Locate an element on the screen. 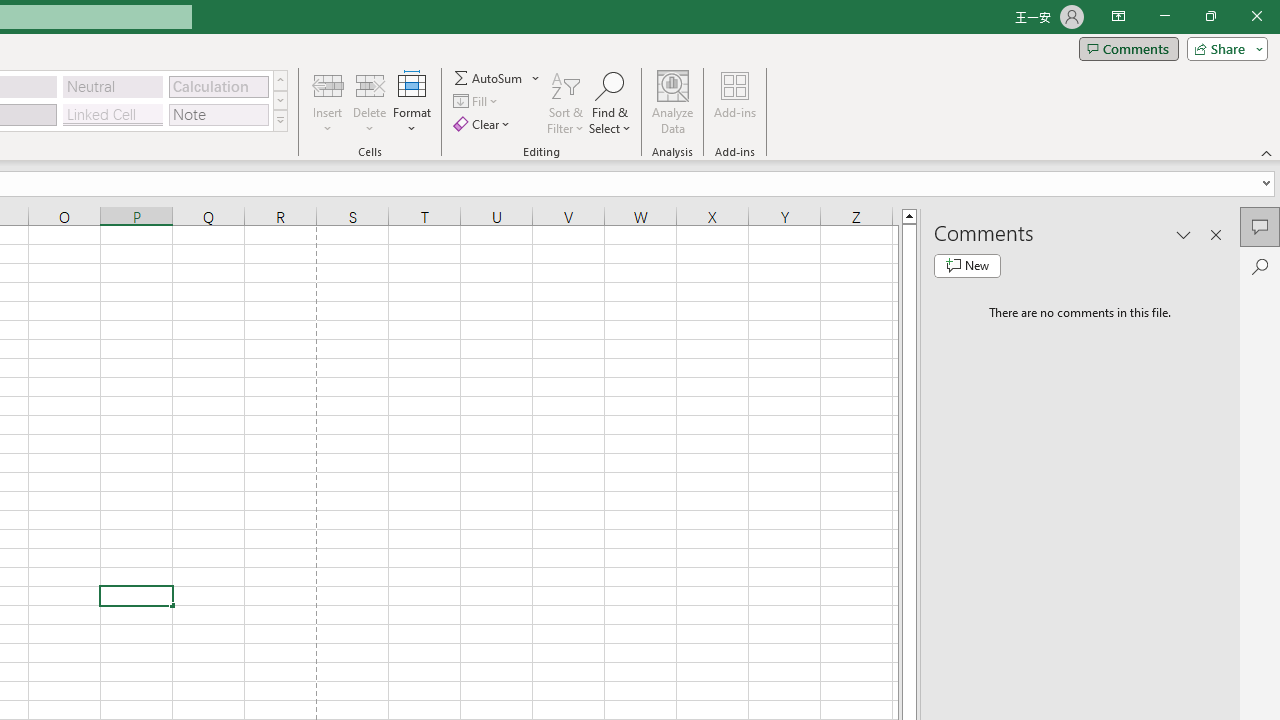 This screenshot has height=720, width=1280. 'Close pane' is located at coordinates (1215, 234).